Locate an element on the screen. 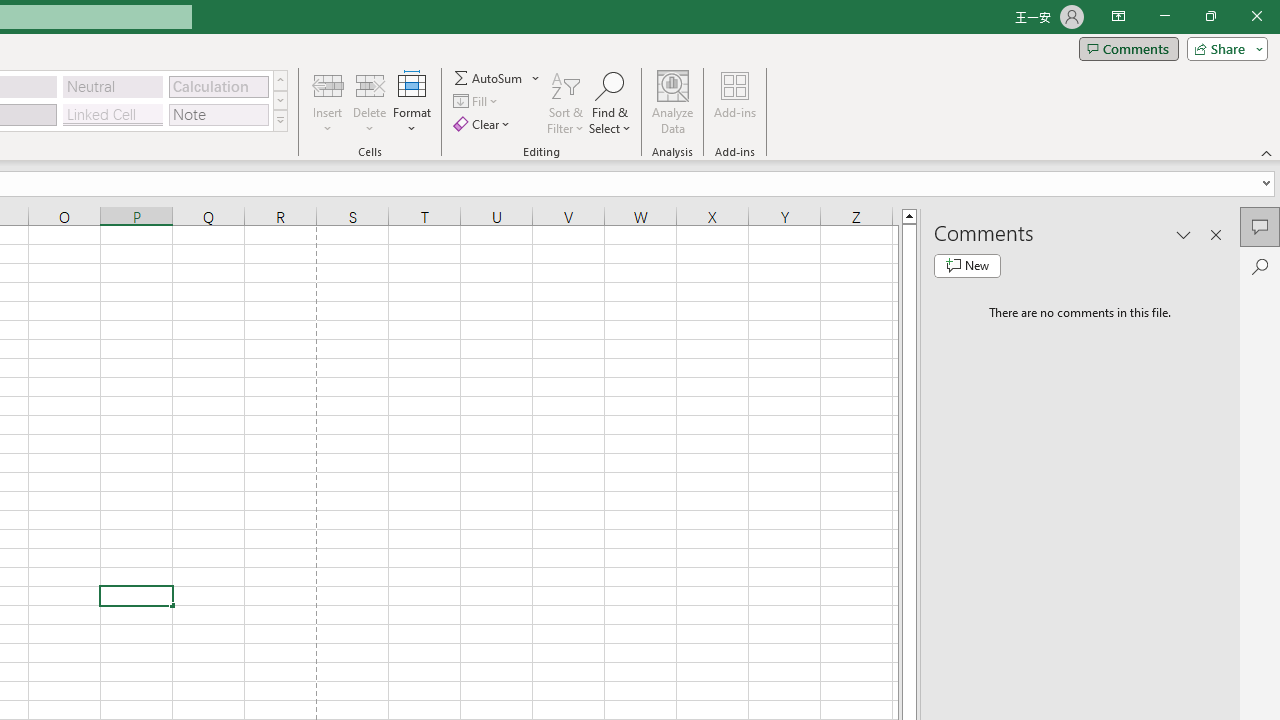 This screenshot has height=720, width=1280. 'Close pane' is located at coordinates (1215, 234).